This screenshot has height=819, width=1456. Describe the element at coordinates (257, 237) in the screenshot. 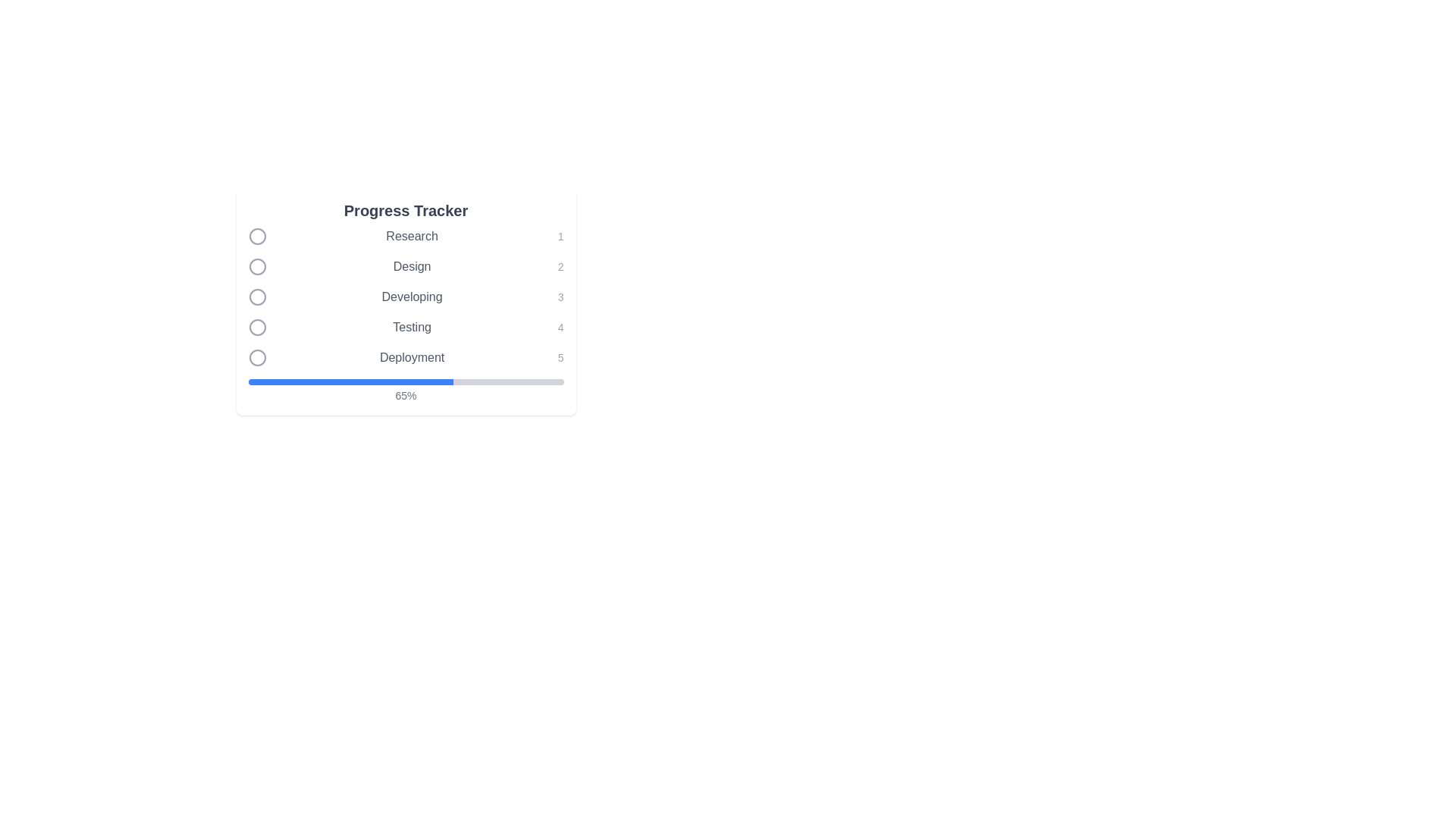

I see `the circular state indicator icon, which is an outlined gray circle located immediately to the left of the 'Research' label and aligned with the numerical indicator '1'` at that location.